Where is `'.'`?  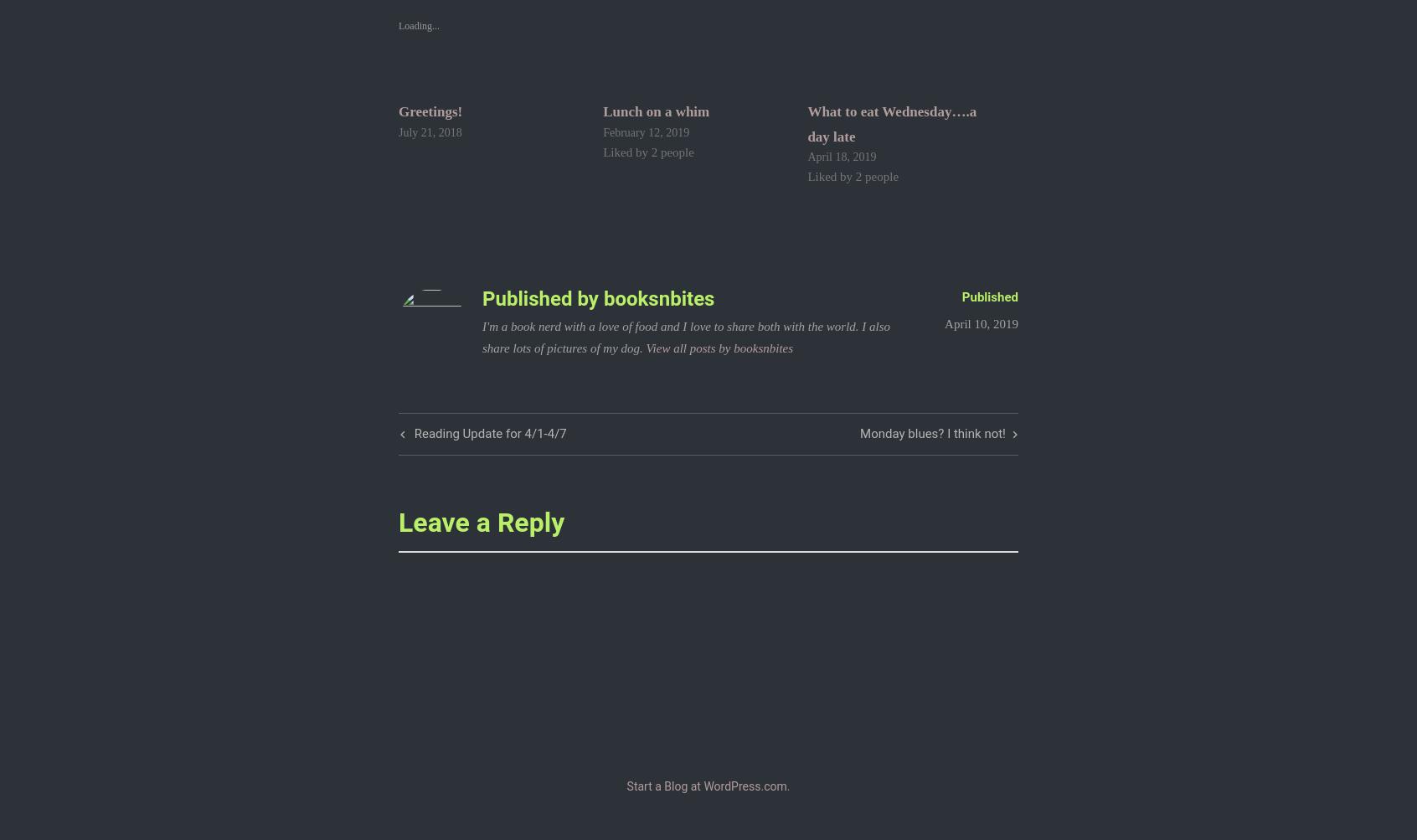
'.' is located at coordinates (787, 786).